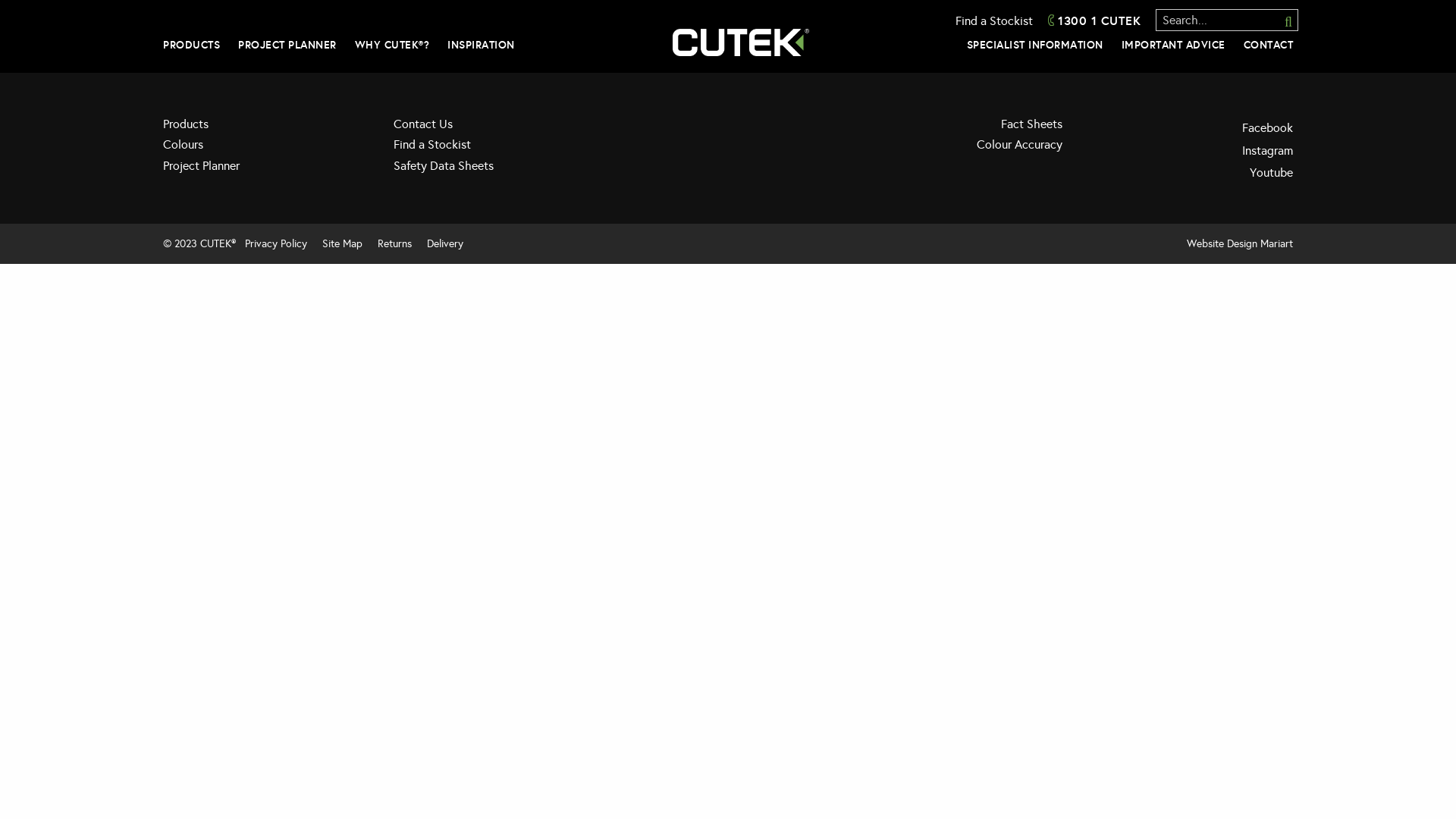 The width and height of the screenshot is (1456, 819). I want to click on 'Colour Accuracy', so click(957, 149).